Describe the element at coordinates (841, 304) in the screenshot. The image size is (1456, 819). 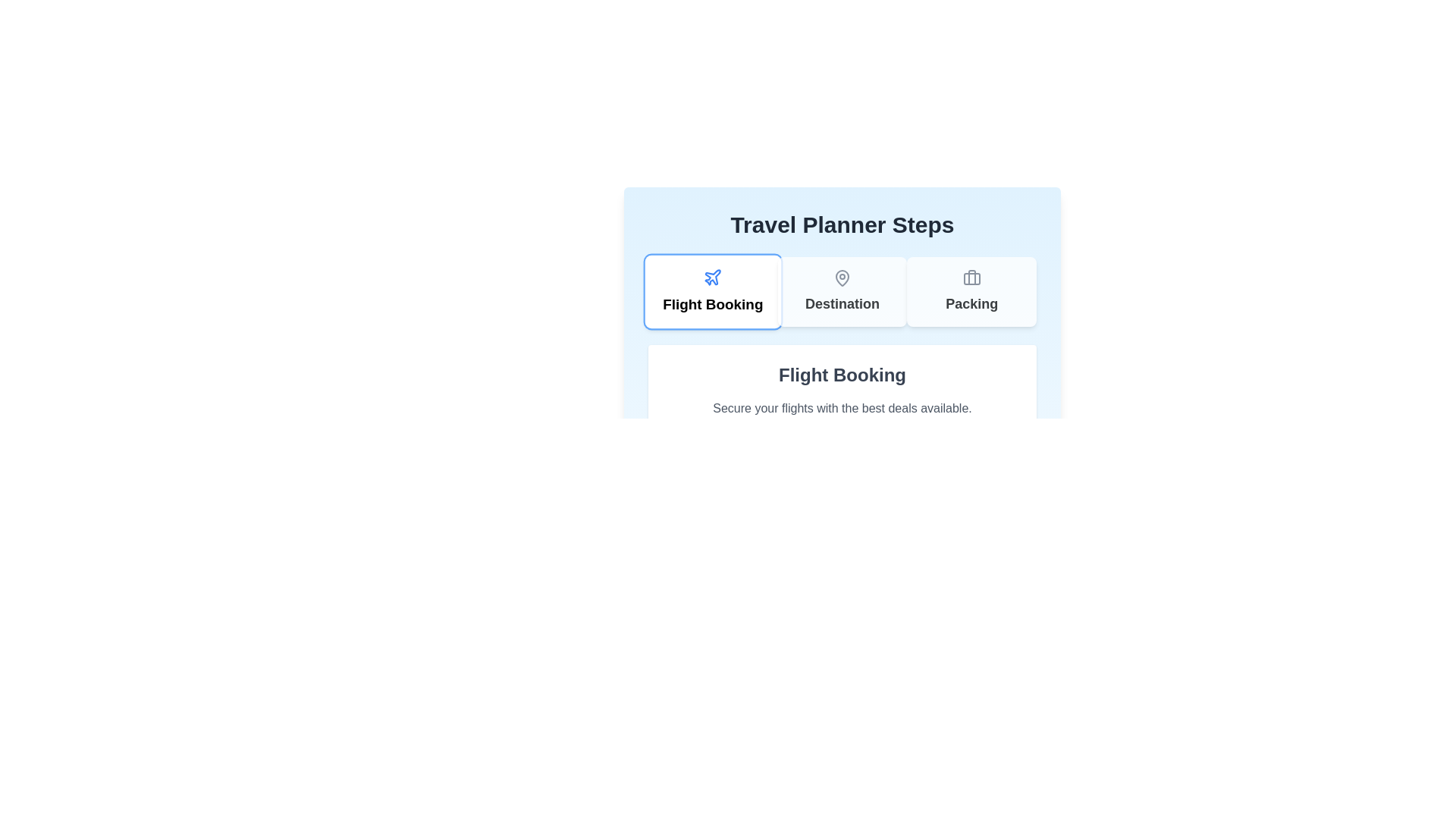
I see `'Destination' text label, which serves as a title for the second step in a multi-step travel planning interface, centrally located between 'Flight Booking' and 'Packing'` at that location.